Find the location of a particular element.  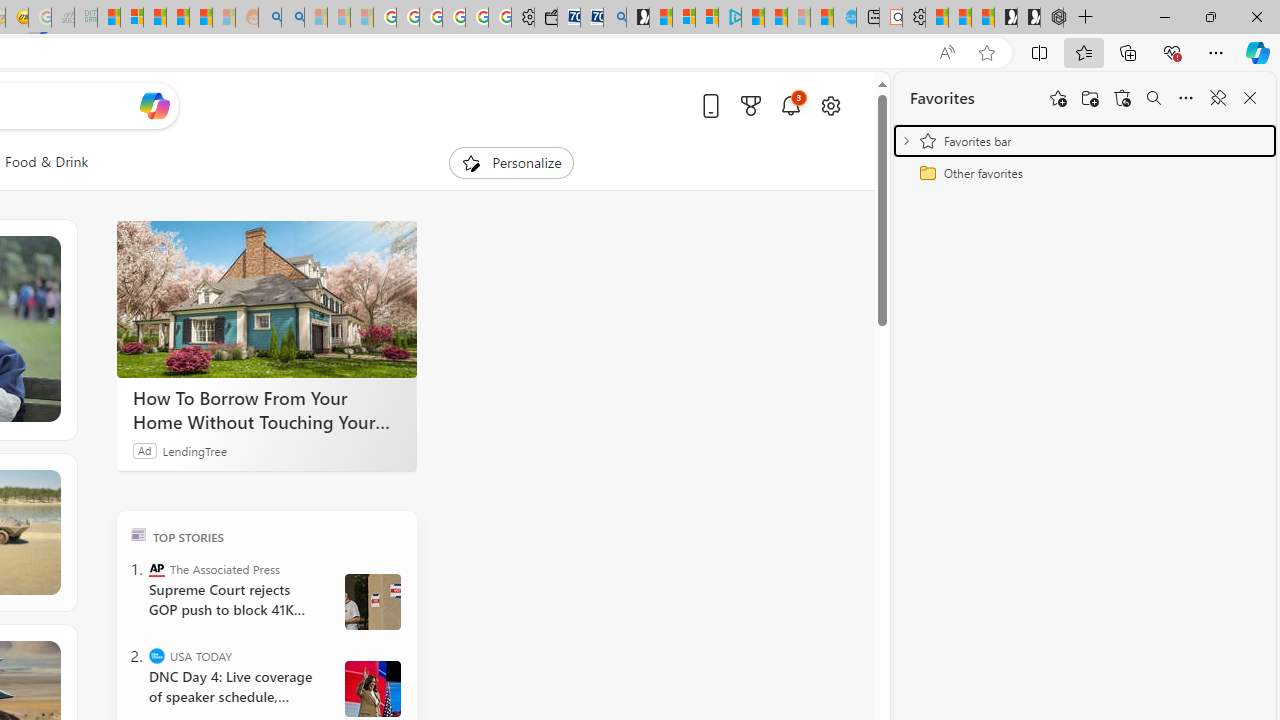

'Bing Real Estate - Home sales and rental listings' is located at coordinates (614, 17).